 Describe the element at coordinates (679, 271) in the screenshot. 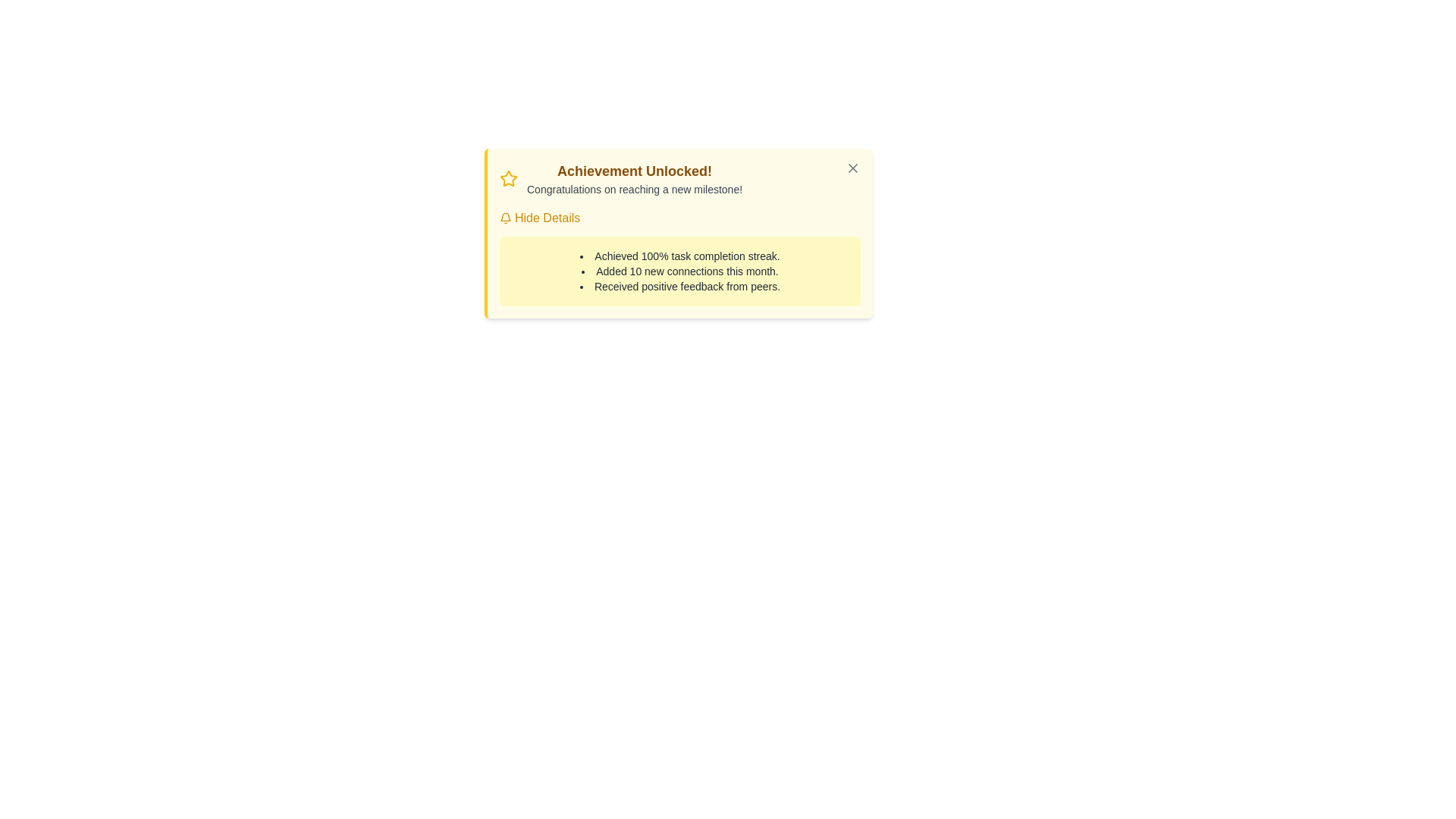

I see `text content from the Text Display Panel located in the 'Achievement Unlocked!' notification, positioned near the center-right section below the 'Hide Details' link` at that location.